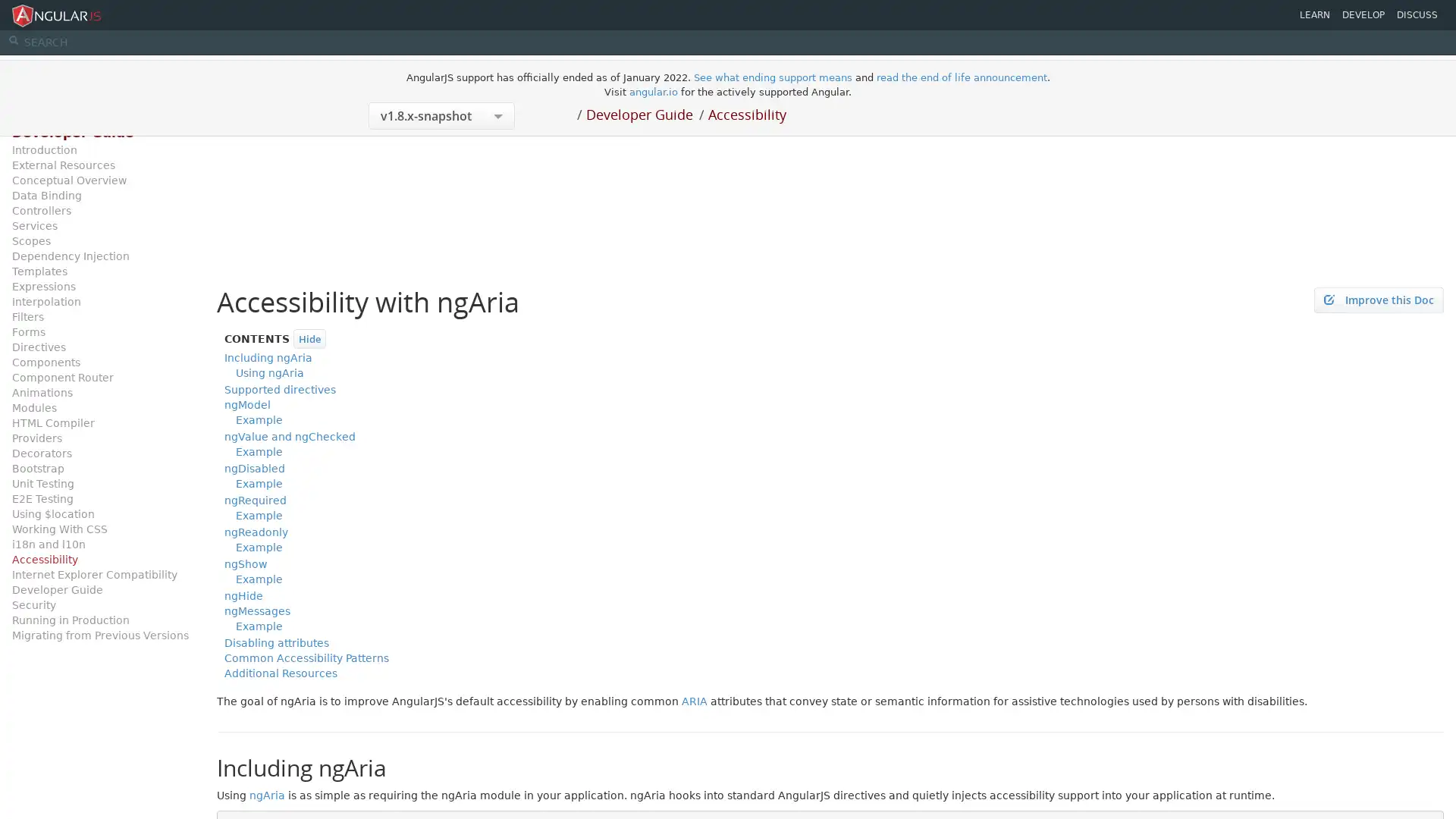  Describe the element at coordinates (309, 337) in the screenshot. I see `Hide` at that location.